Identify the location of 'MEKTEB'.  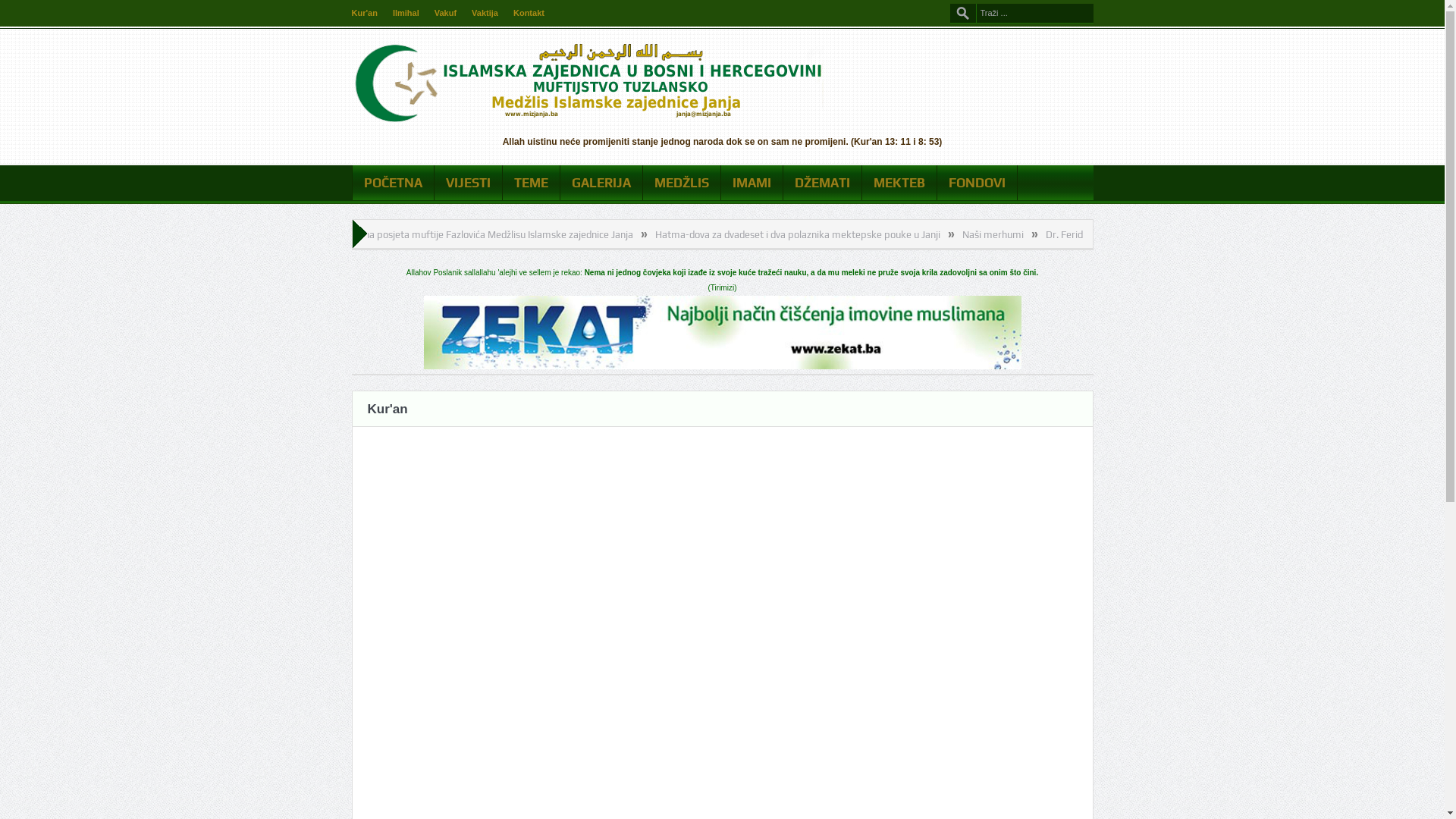
(899, 181).